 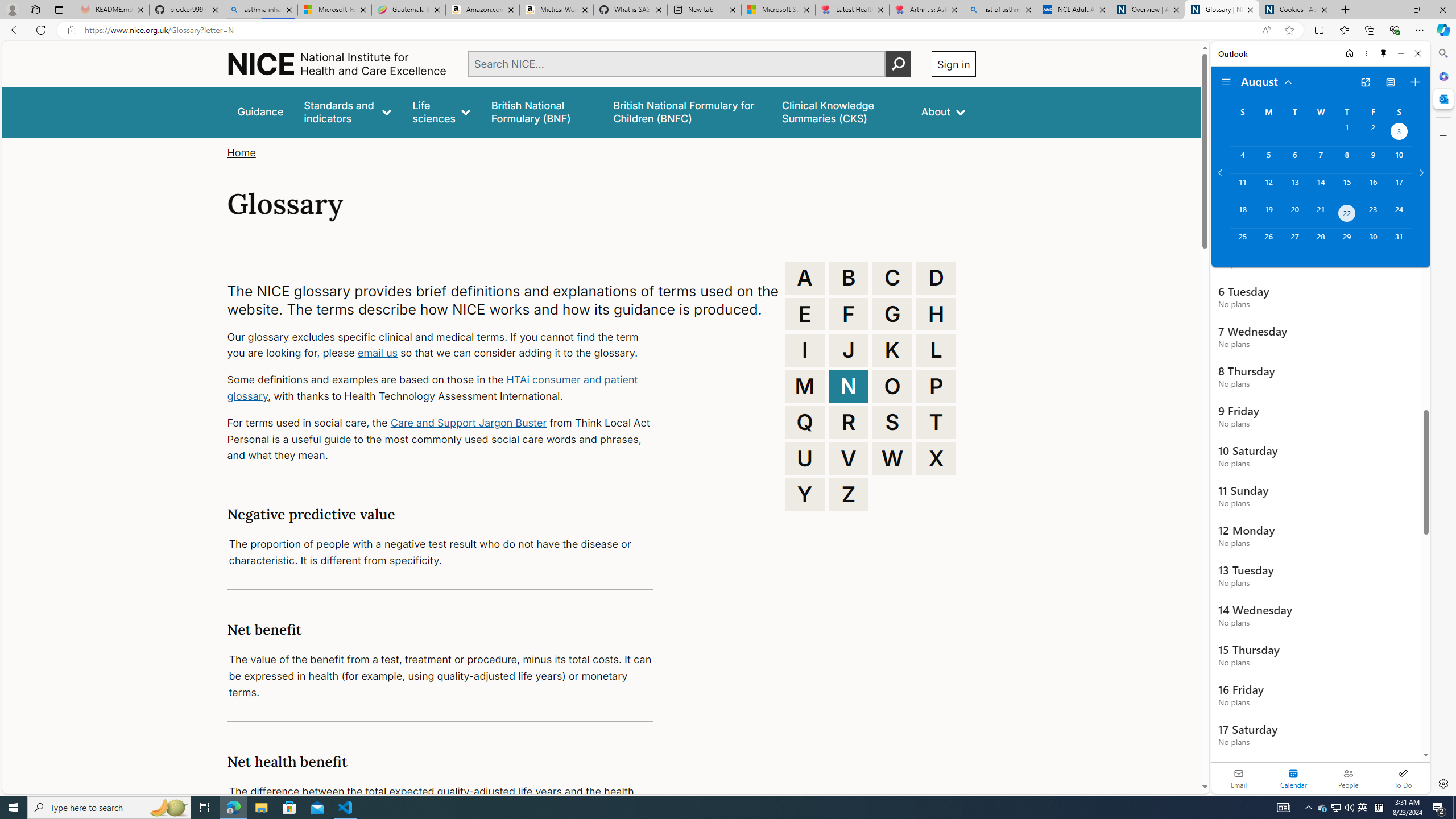 What do you see at coordinates (1347, 133) in the screenshot?
I see `'Thursday, August 1, 2024. '` at bounding box center [1347, 133].